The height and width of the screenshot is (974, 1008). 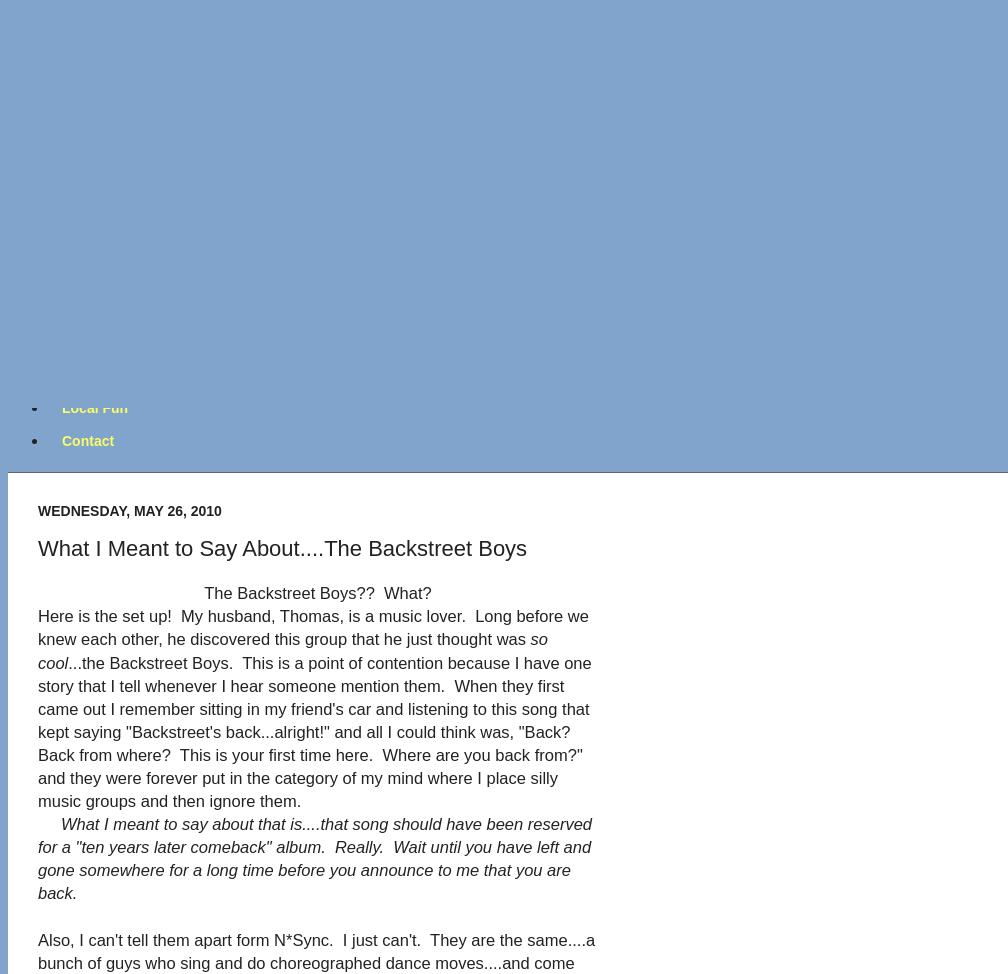 I want to click on 'so cool', so click(x=293, y=650).